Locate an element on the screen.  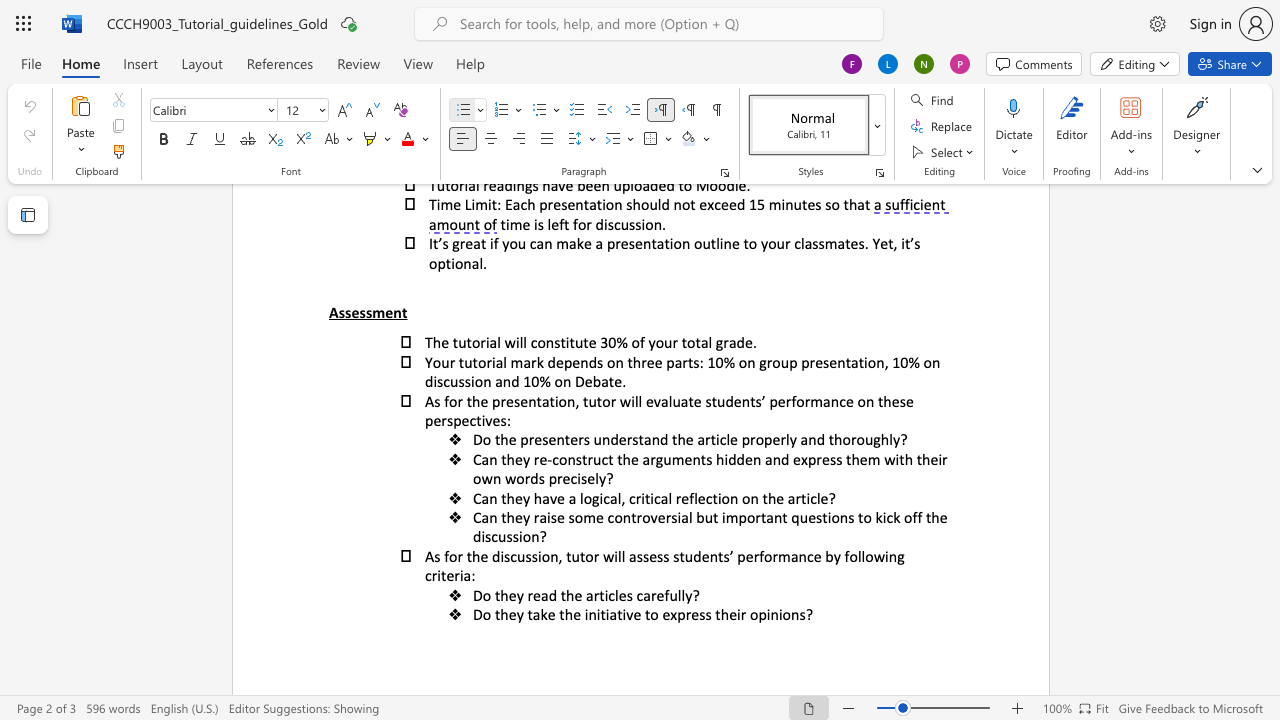
the space between the continuous character "i" and "a" in the text is located at coordinates (609, 613).